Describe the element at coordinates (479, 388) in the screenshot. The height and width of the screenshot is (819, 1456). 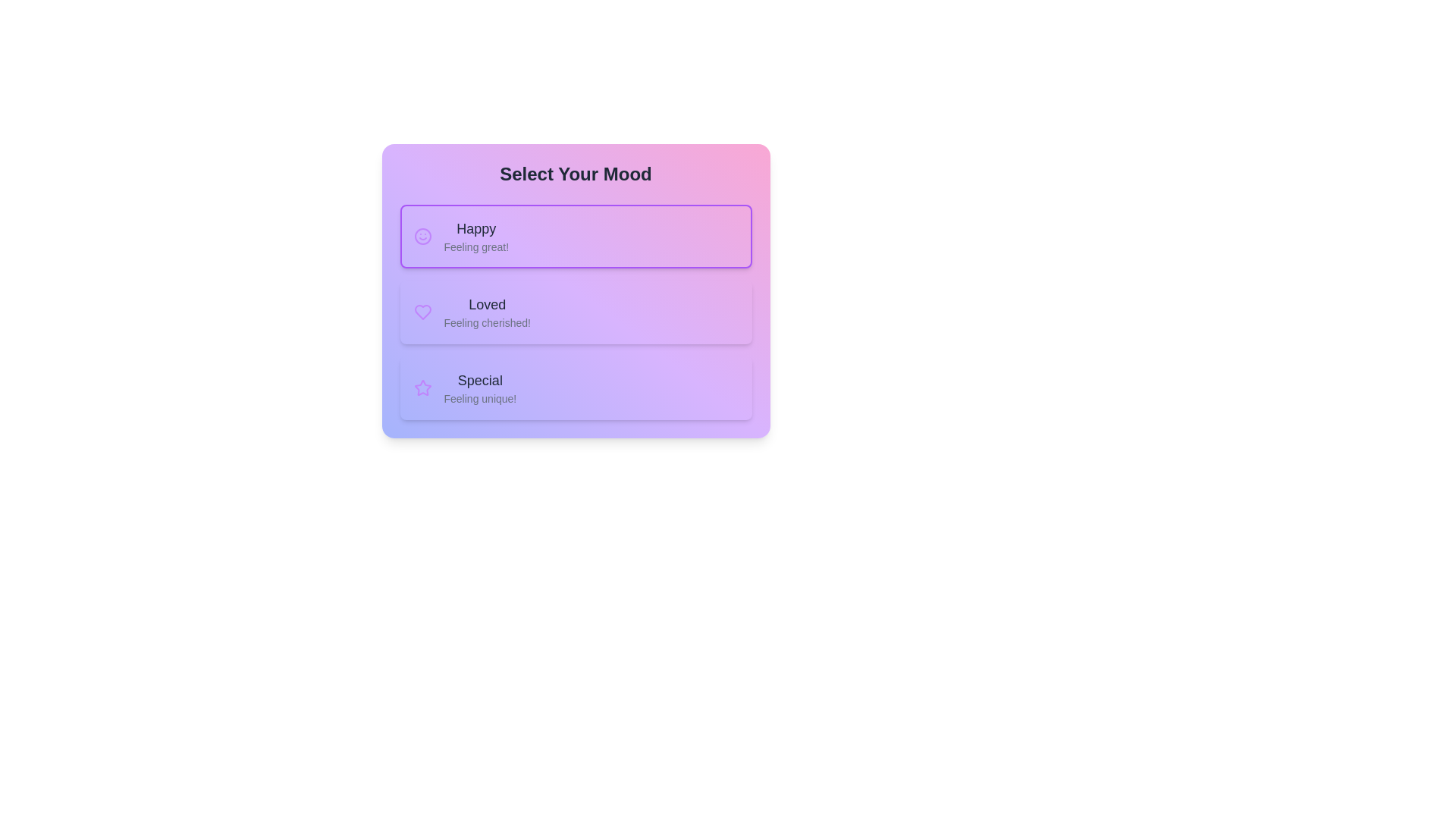
I see `the 'Special' mood option in the mood selection list, which is the third item below the 'Loved' entry and has a star icon to its left` at that location.